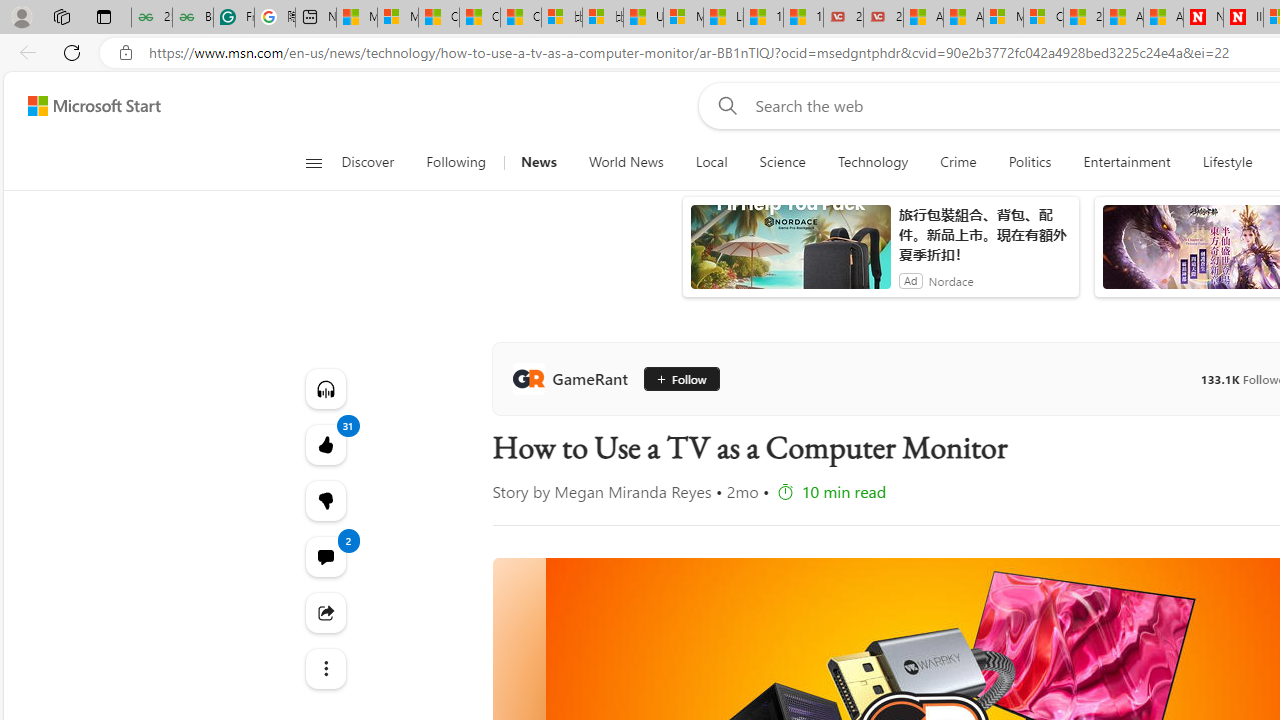 This screenshot has width=1280, height=720. Describe the element at coordinates (1242, 17) in the screenshot. I see `'Illness news & latest pictures from Newsweek.com'` at that location.